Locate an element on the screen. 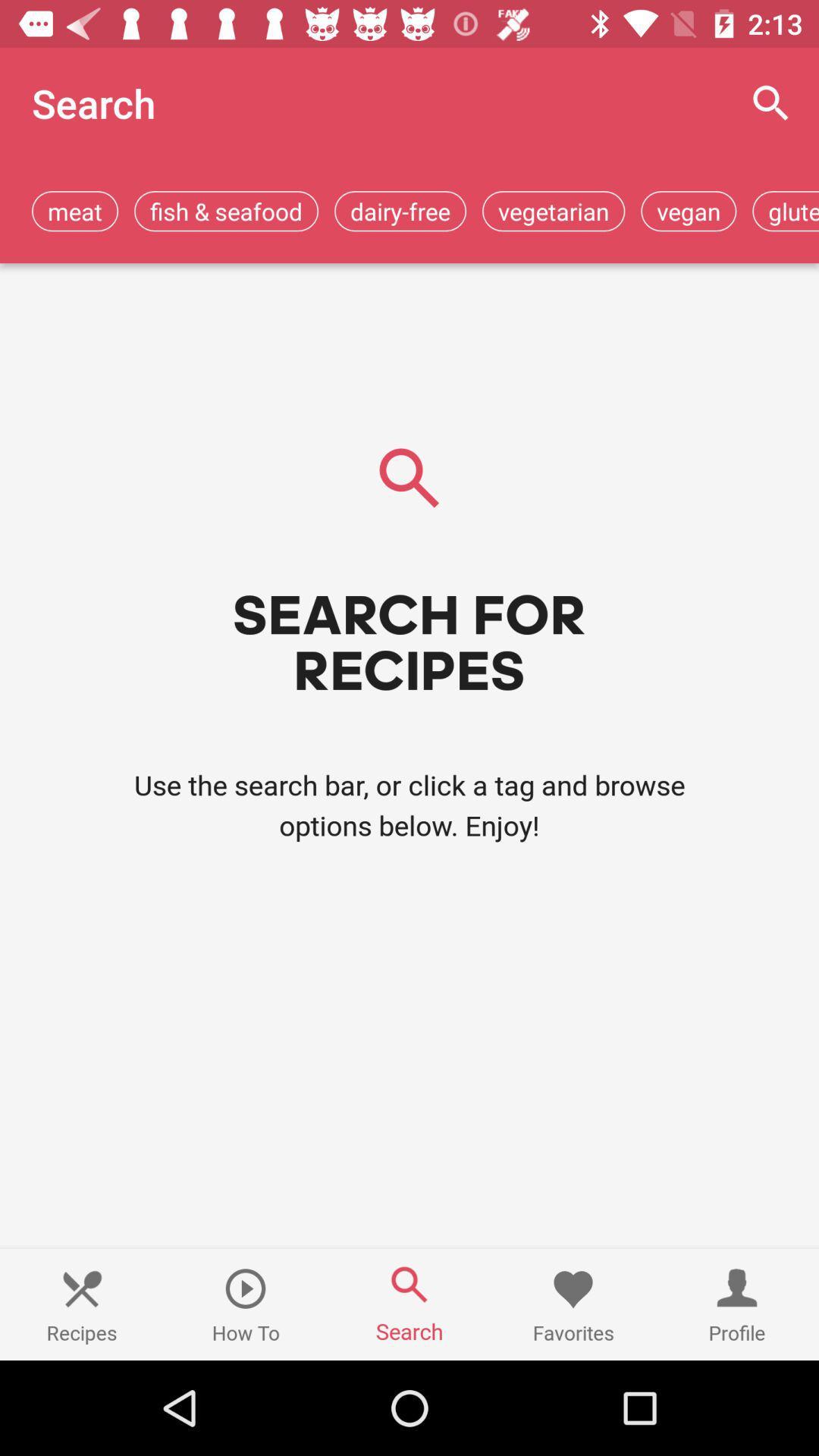 This screenshot has width=819, height=1456. dairy-free icon is located at coordinates (400, 210).